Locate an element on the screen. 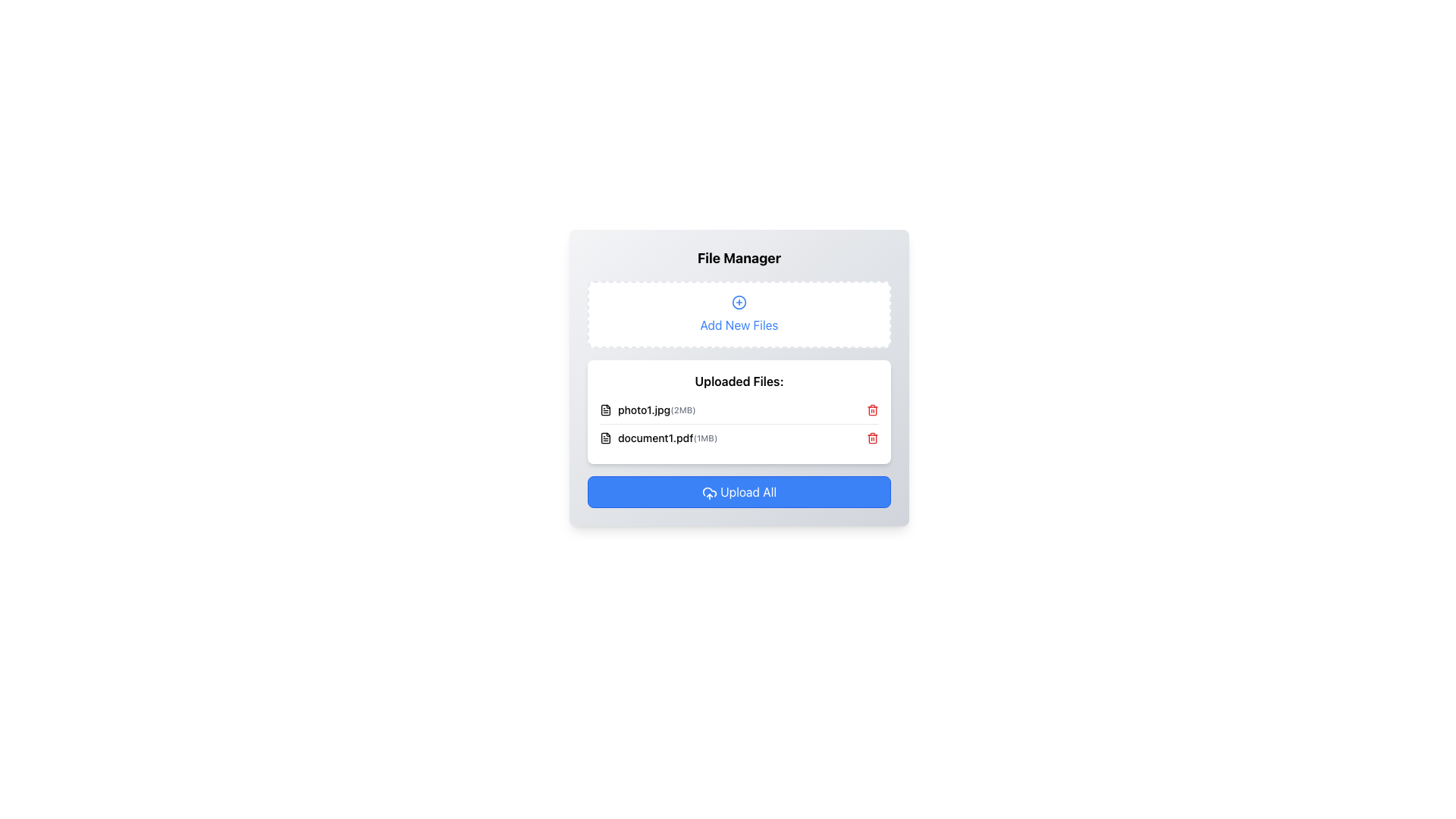 The width and height of the screenshot is (1456, 819). the static text label displaying '(1MB)' located to the right of 'document1.pdf' in the 'Uploaded Files' list in the File Manager interface is located at coordinates (704, 438).